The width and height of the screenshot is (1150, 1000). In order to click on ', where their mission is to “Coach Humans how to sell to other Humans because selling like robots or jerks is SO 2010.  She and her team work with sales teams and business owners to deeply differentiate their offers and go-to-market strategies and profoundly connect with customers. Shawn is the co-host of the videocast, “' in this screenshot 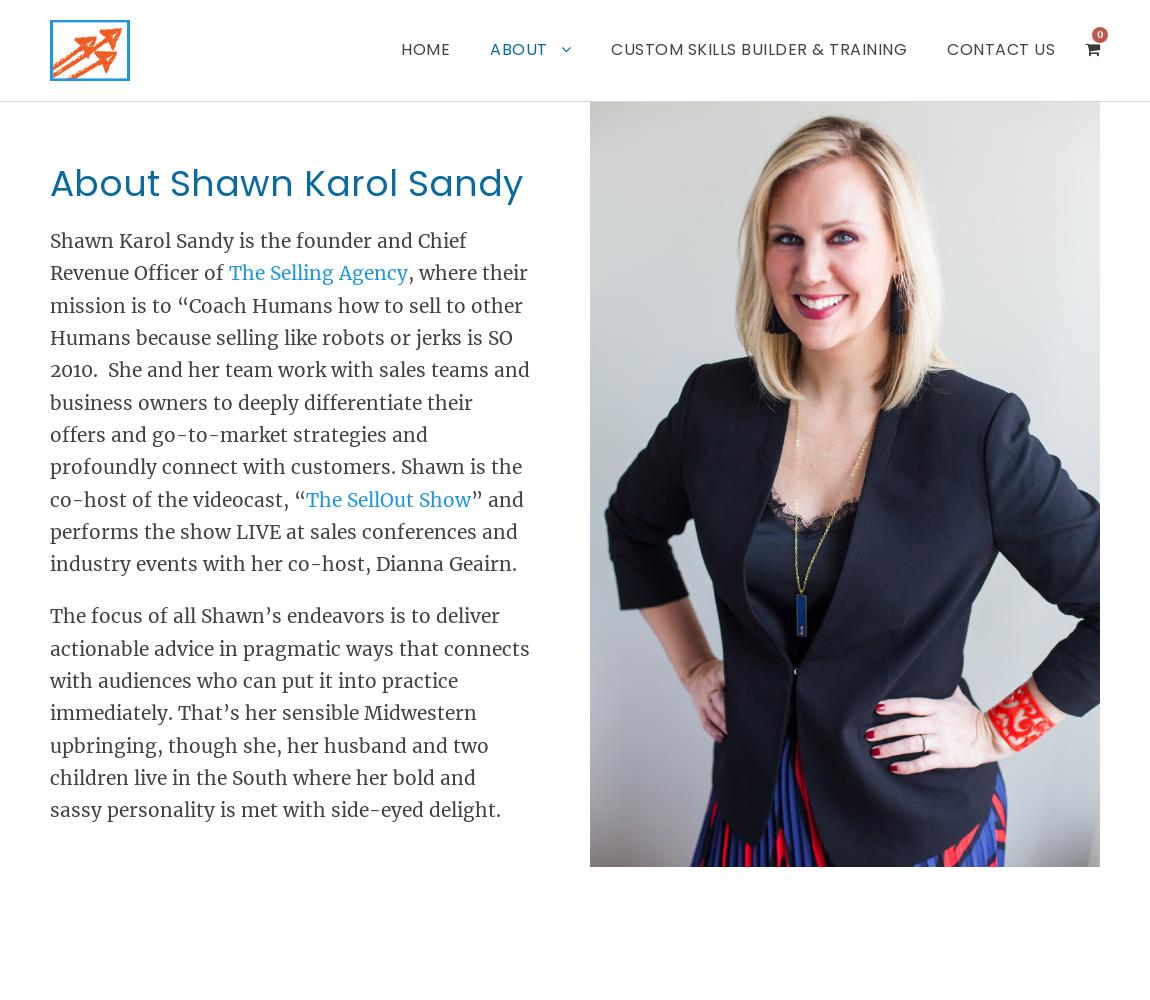, I will do `click(290, 386)`.